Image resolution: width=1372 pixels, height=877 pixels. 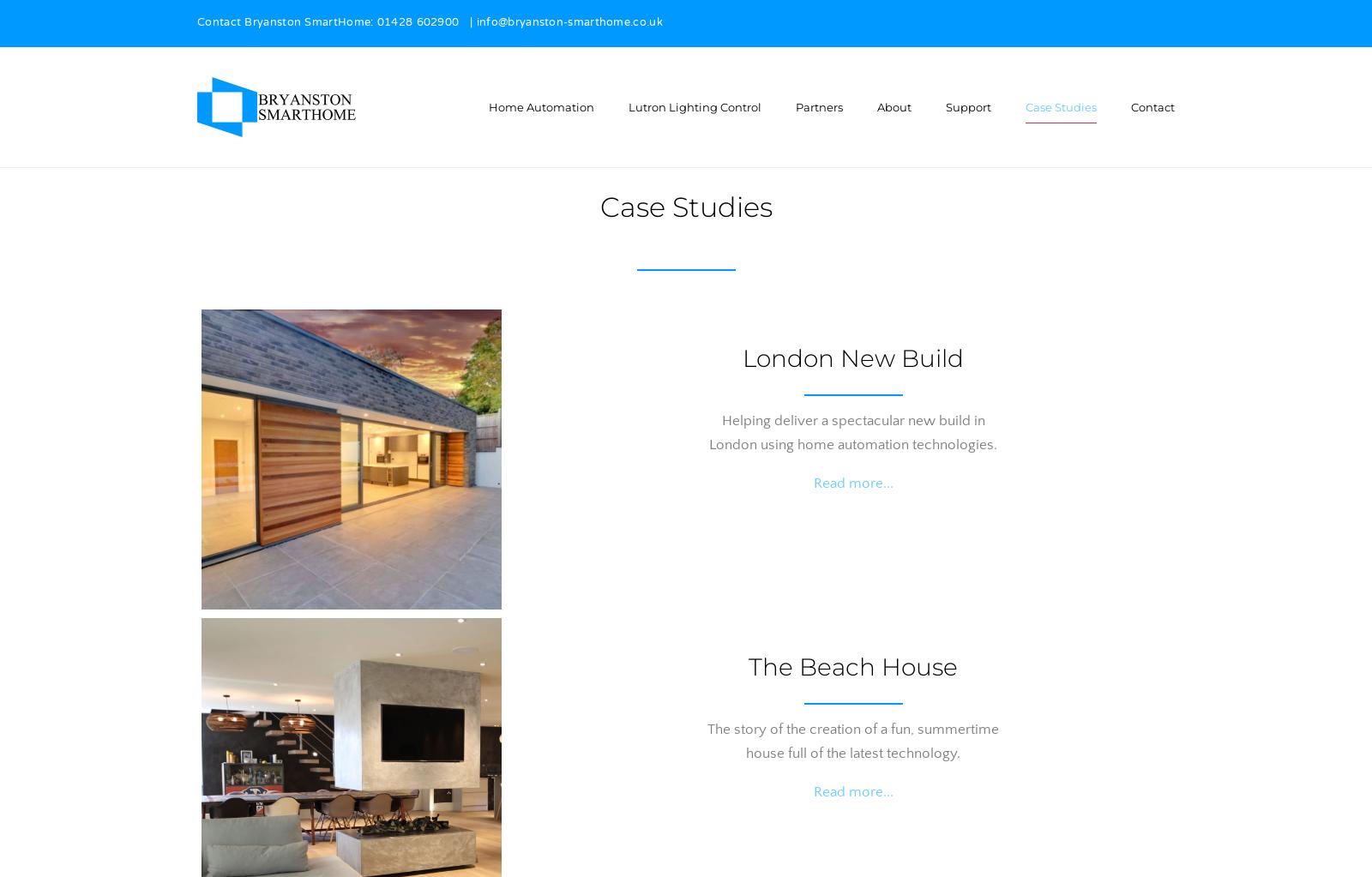 What do you see at coordinates (852, 357) in the screenshot?
I see `'London New Build'` at bounding box center [852, 357].